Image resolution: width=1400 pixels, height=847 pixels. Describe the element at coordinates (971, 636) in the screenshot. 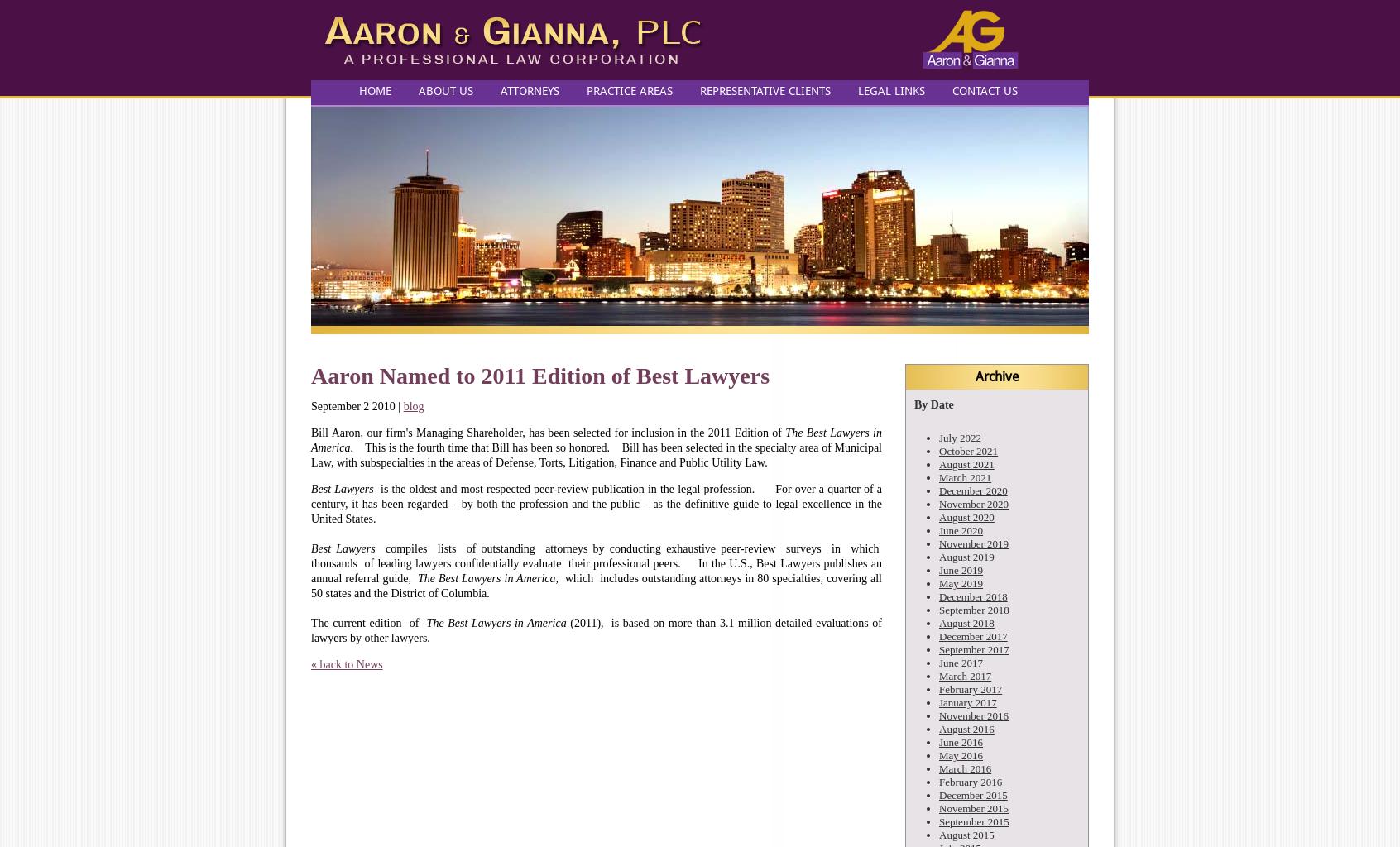

I see `'December 2017'` at that location.